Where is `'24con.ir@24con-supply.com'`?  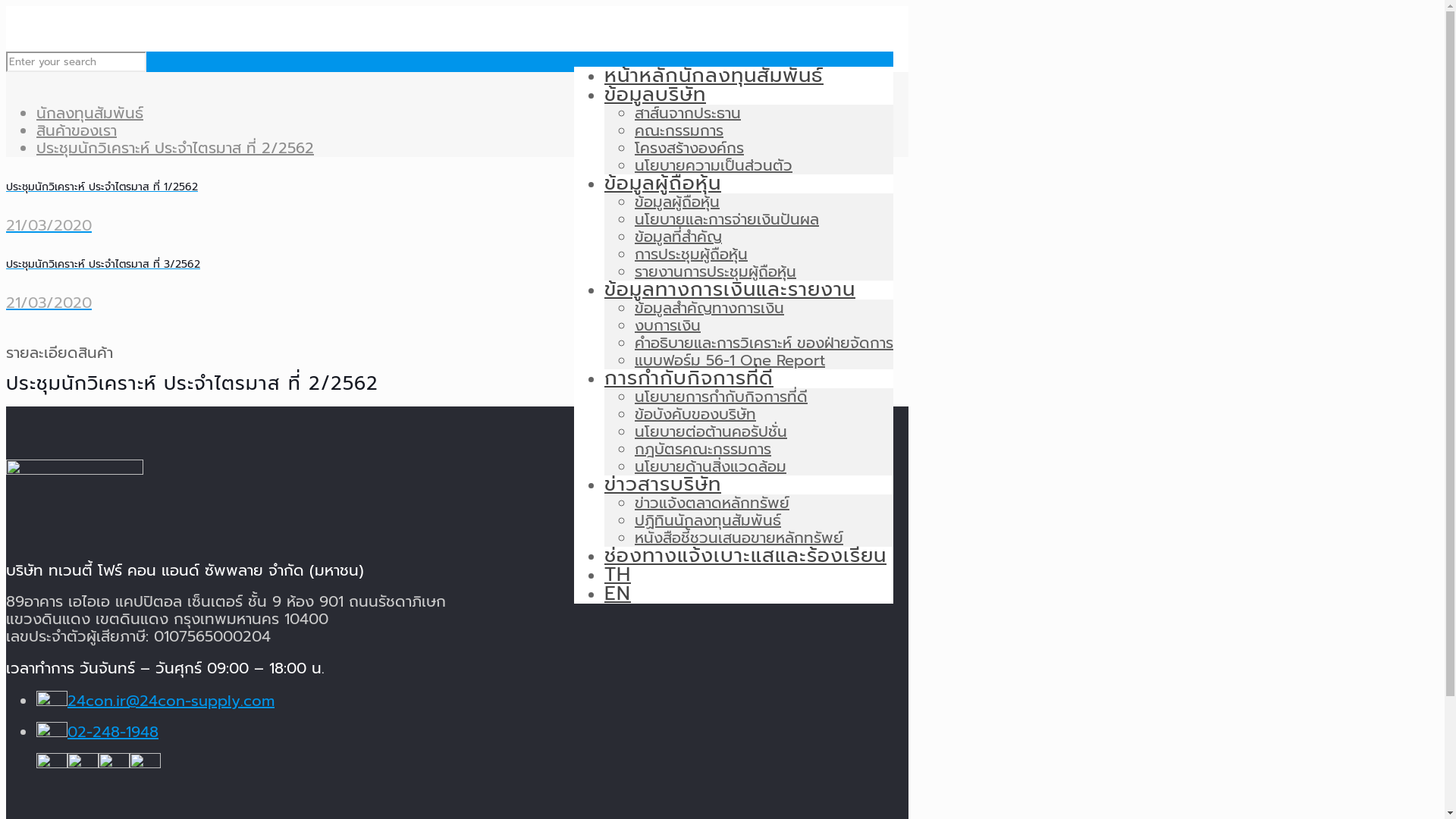 '24con.ir@24con-supply.com' is located at coordinates (171, 701).